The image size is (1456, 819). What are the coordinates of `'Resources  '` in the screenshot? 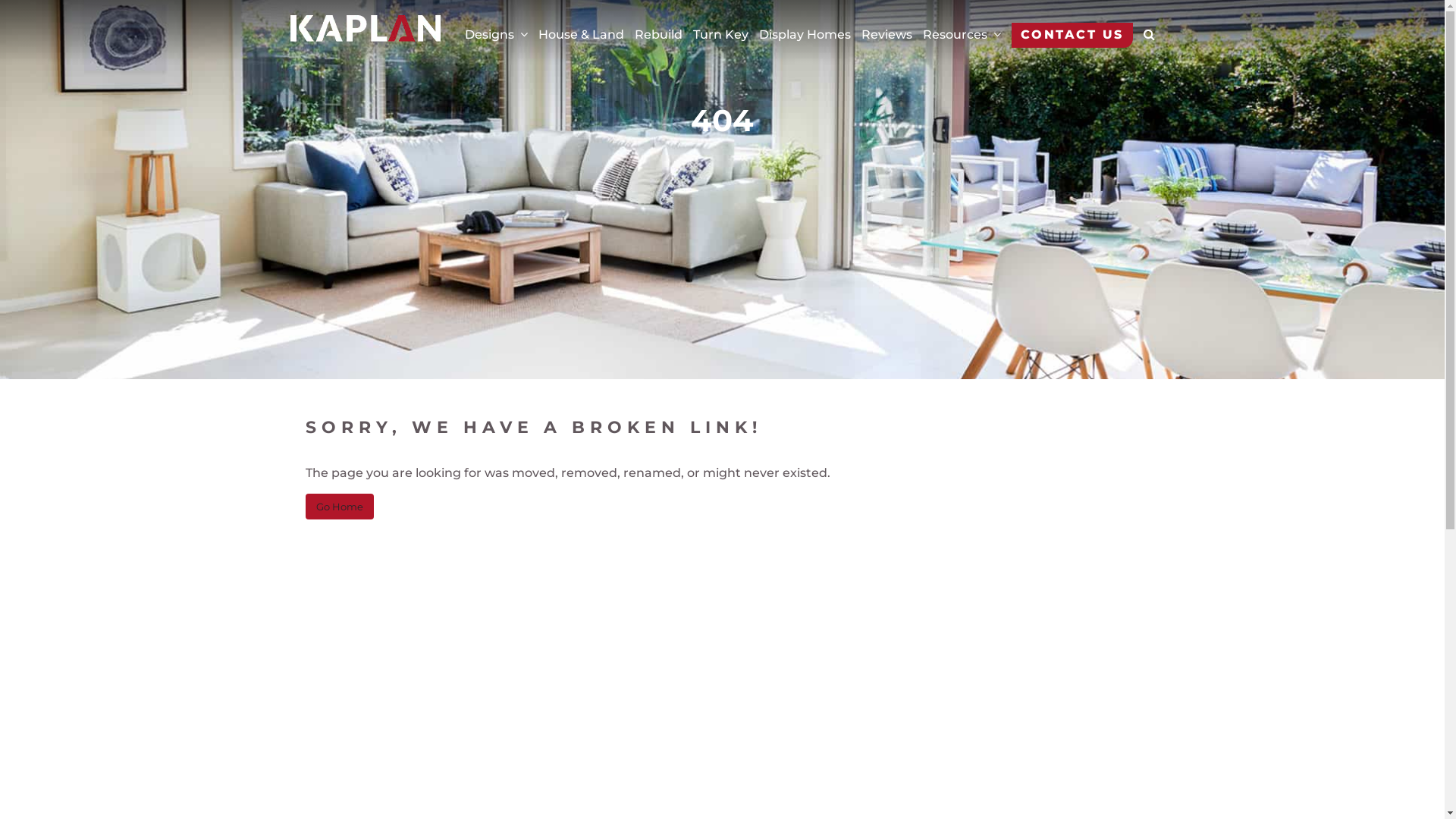 It's located at (960, 34).